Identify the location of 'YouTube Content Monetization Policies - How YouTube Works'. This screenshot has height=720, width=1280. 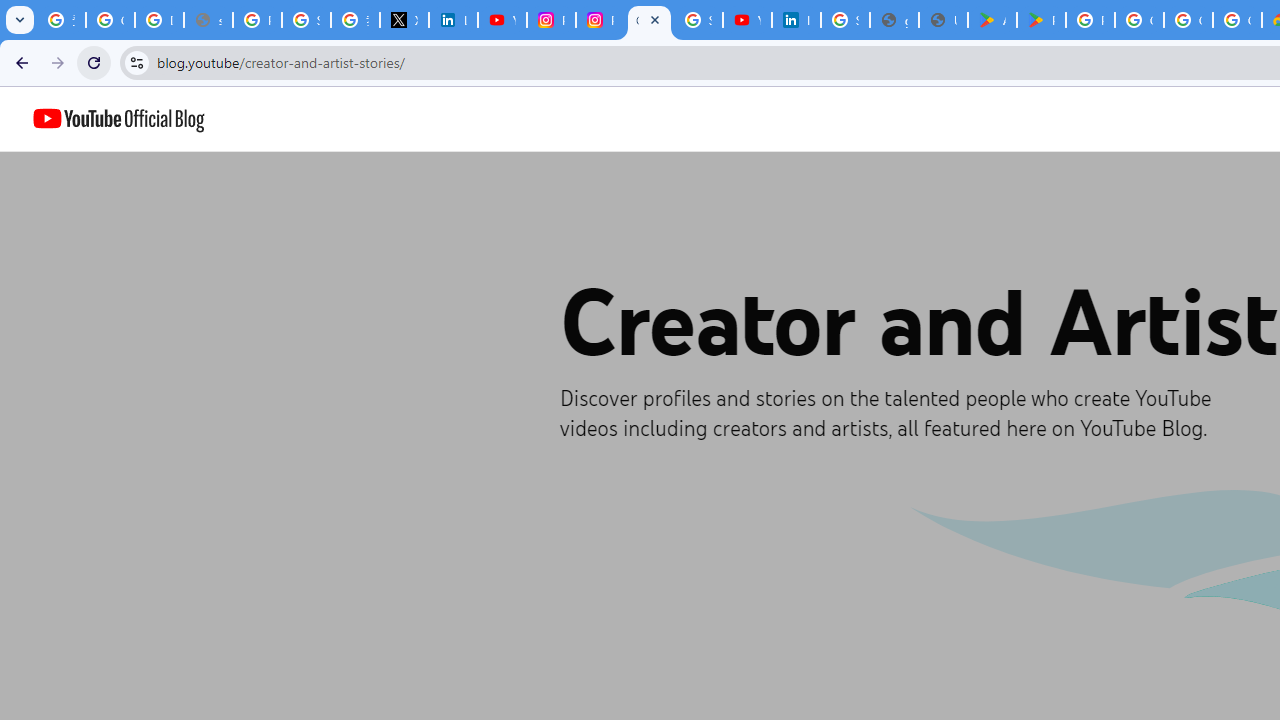
(502, 20).